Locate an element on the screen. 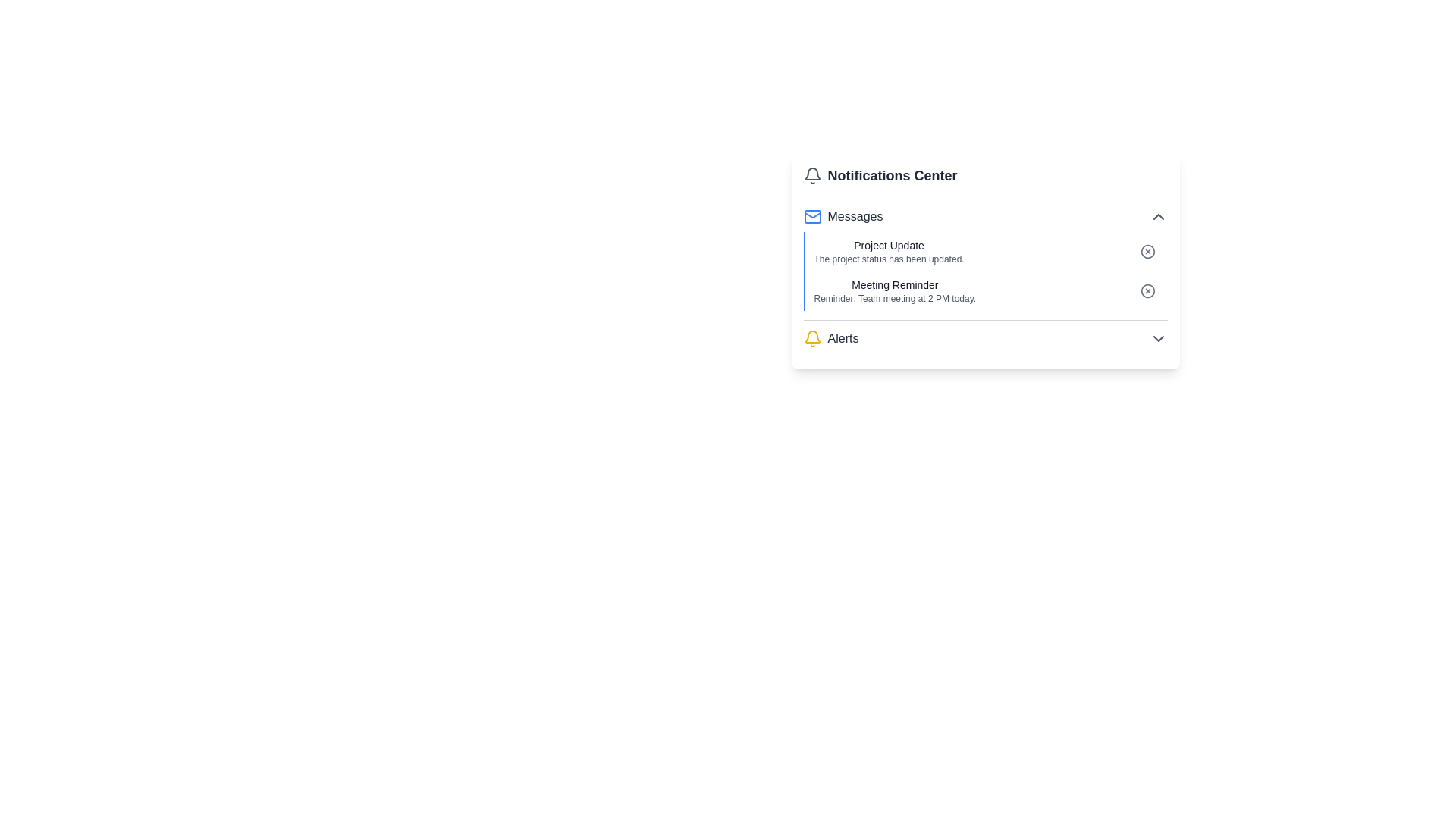  the delete or dismiss icon located in the 'Messages' section of the Notifications Center panel is located at coordinates (1147, 250).